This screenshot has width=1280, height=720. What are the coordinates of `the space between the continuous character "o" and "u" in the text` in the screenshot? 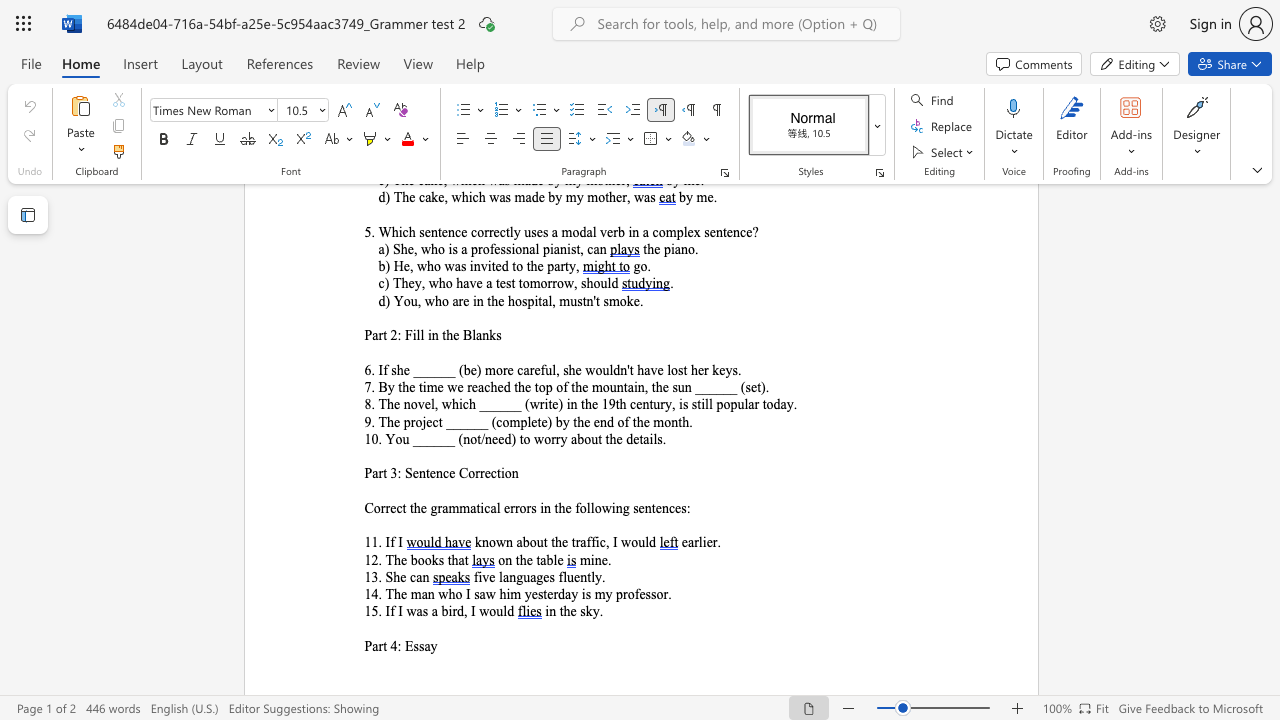 It's located at (496, 610).